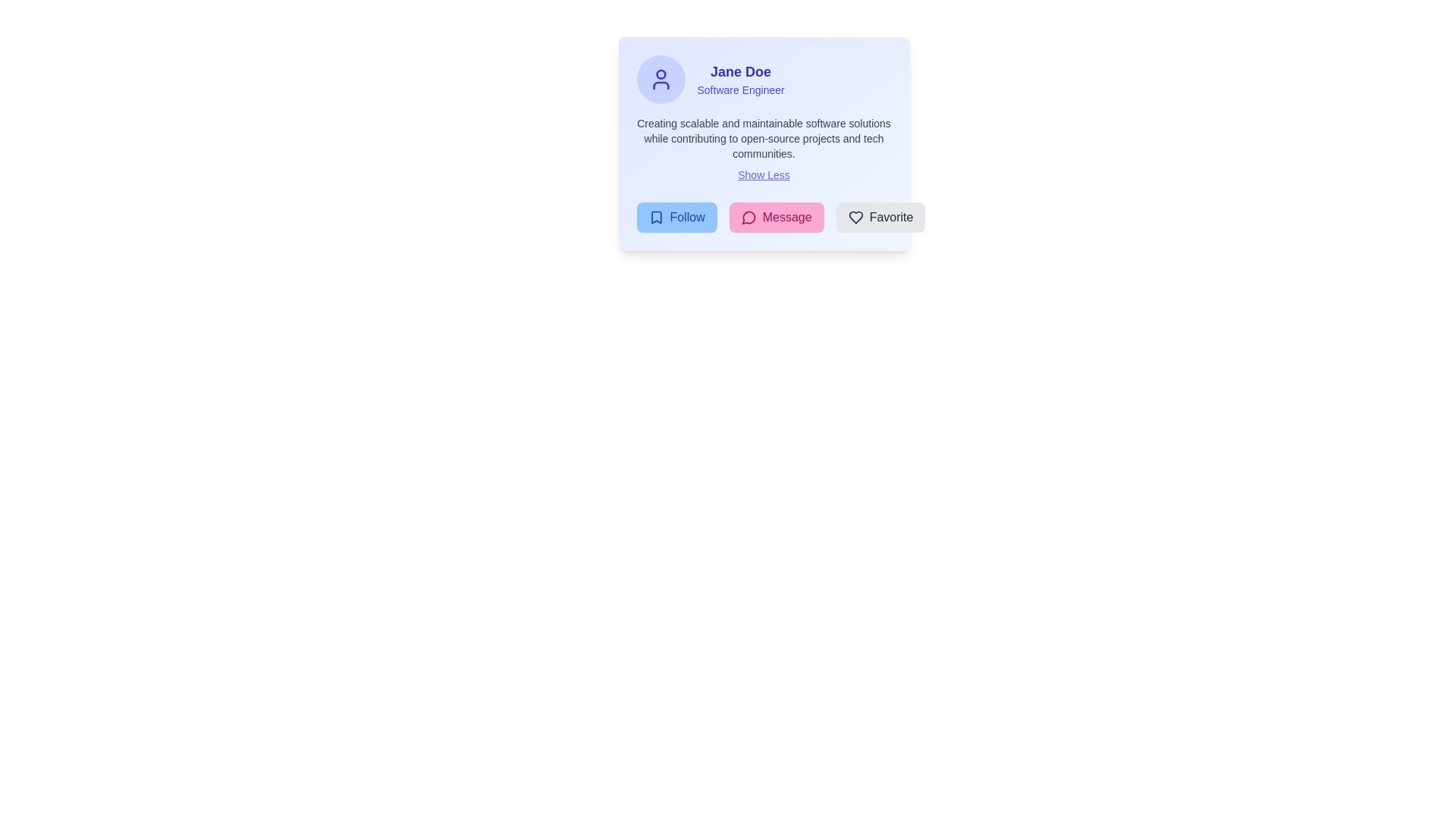  I want to click on the user profile icon located at the top central region of the profile card, which features a circular head and a rounded rectangular base, for actions related to this profile, so click(661, 85).